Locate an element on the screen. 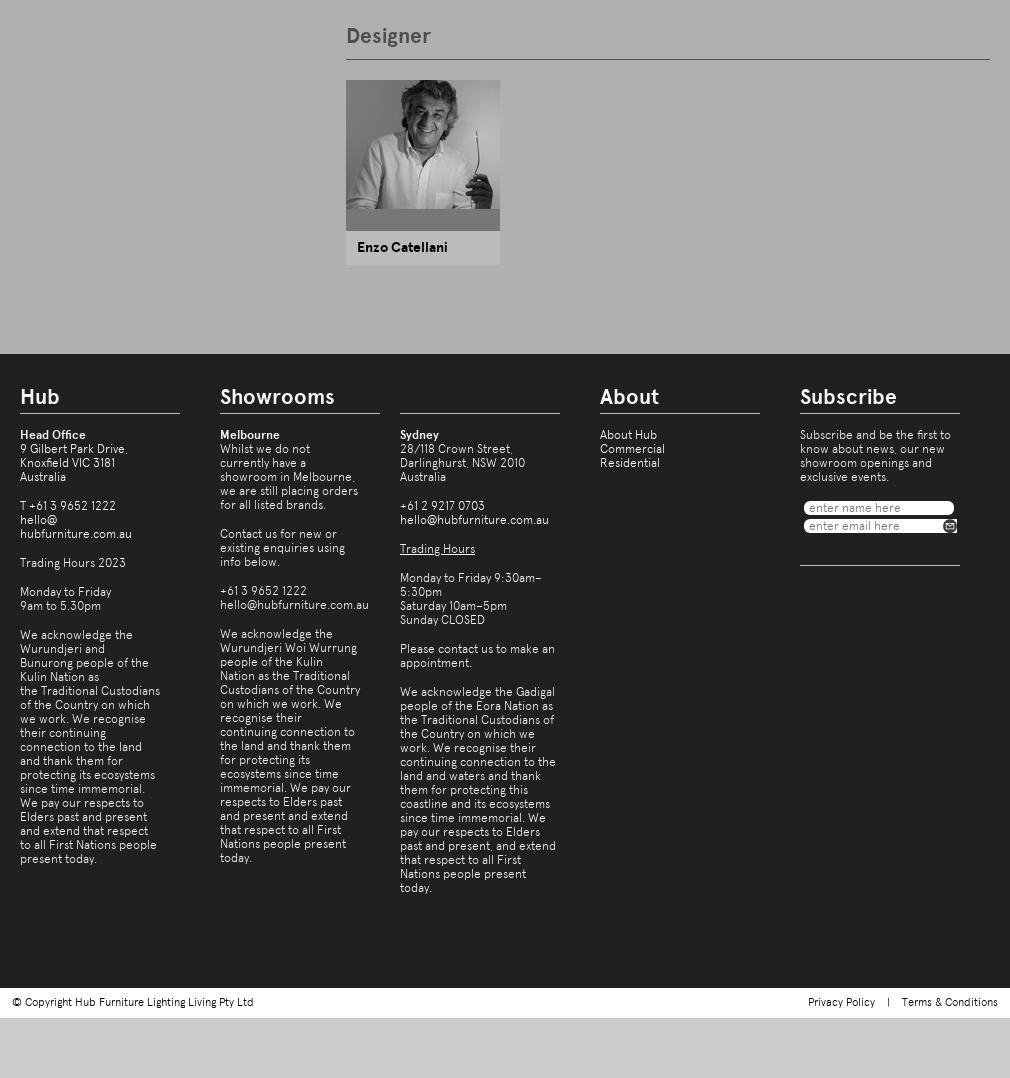 The width and height of the screenshot is (1010, 1078). 'Showrooms' is located at coordinates (277, 396).